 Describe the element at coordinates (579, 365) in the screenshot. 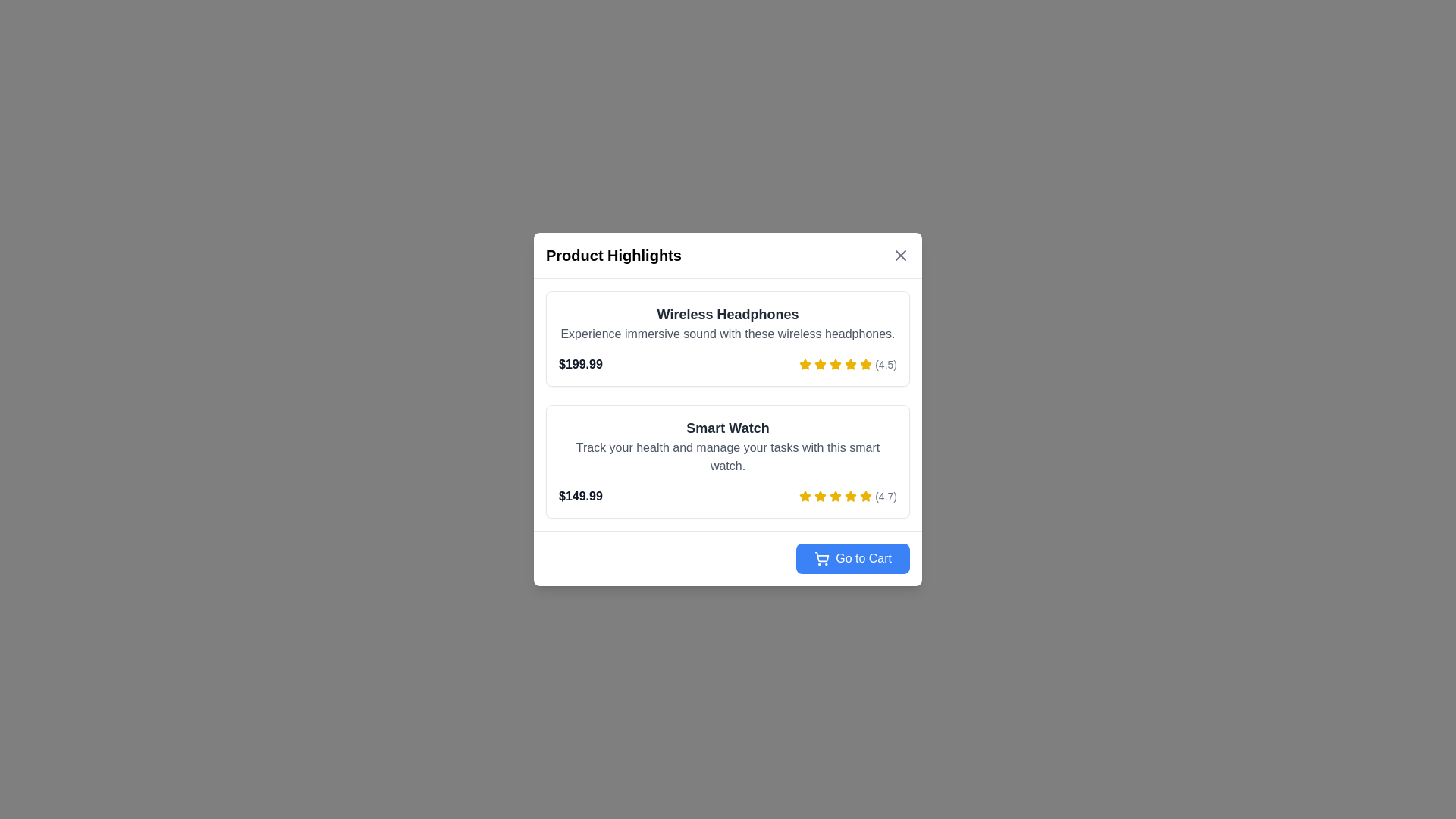

I see `the Text Label displaying the price '$199.99' located in the first product card, near the title 'Wireless Headphones'` at that location.